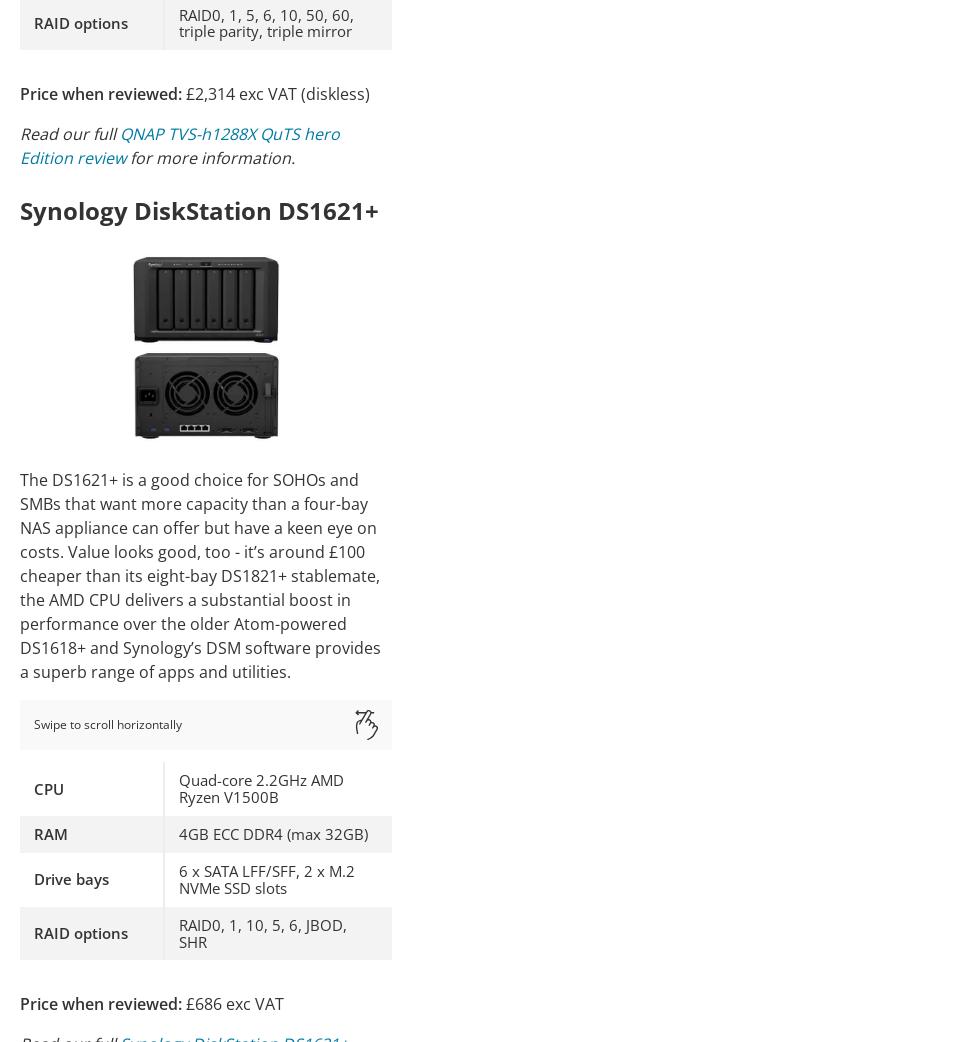 This screenshot has height=1042, width=980. What do you see at coordinates (266, 877) in the screenshot?
I see `'6 x SATA LFF/SFF, 2 x M.2 NVMe SSD slots'` at bounding box center [266, 877].